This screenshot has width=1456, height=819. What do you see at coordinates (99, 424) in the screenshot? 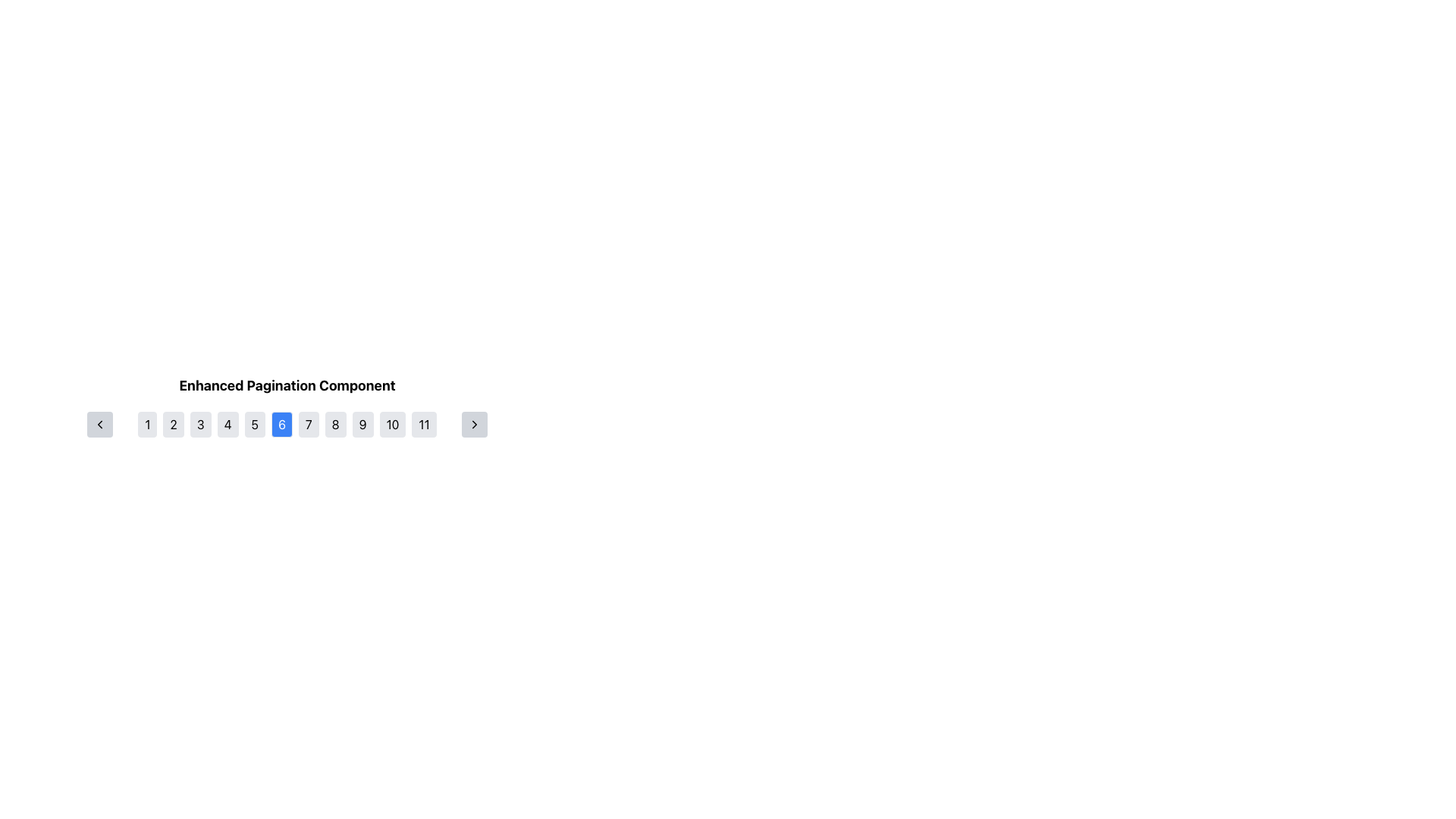
I see `the Chevron Icon button located at the far left of the pagination row` at bounding box center [99, 424].